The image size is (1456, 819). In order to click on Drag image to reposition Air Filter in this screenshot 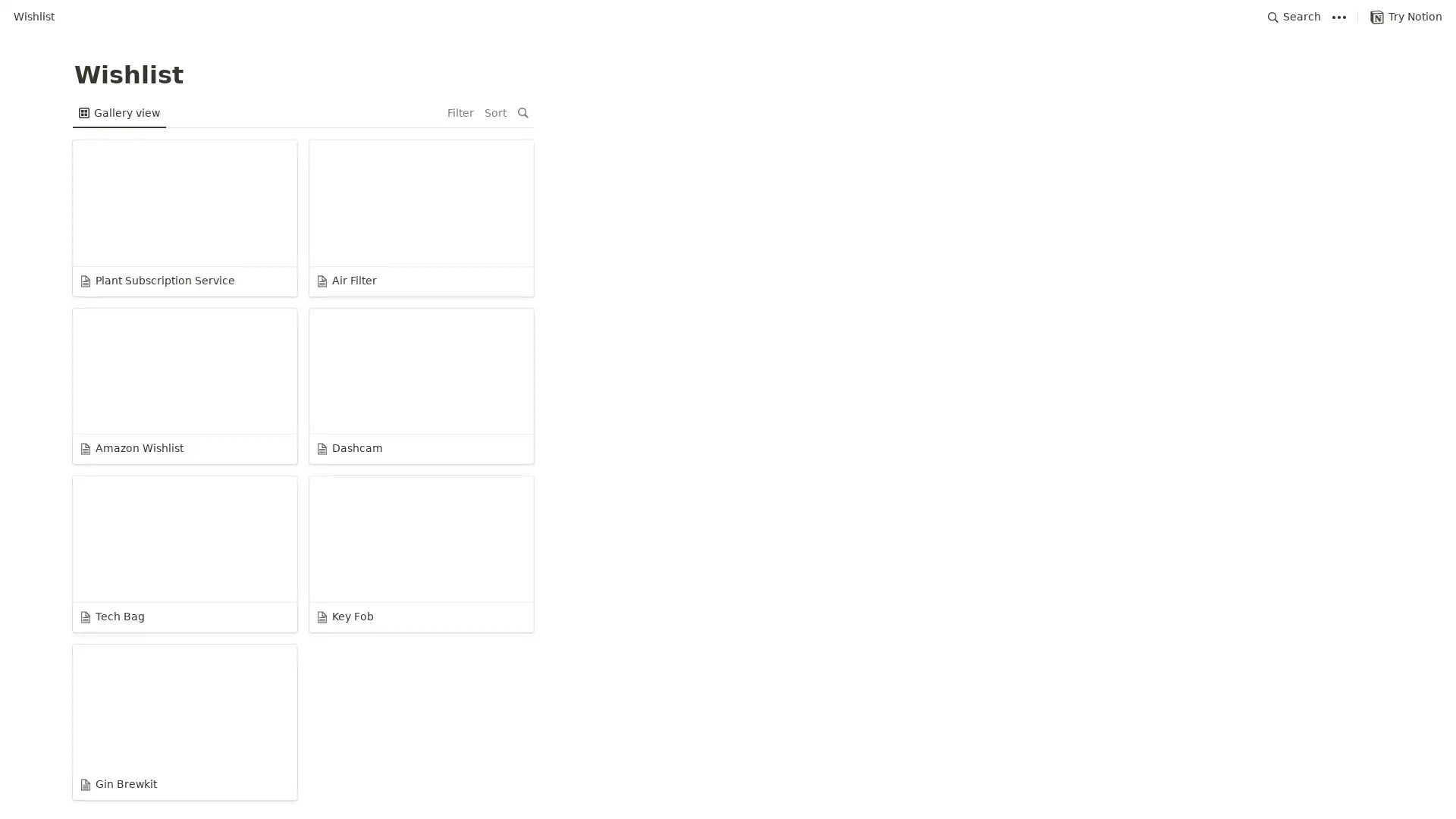, I will do `click(397, 224)`.